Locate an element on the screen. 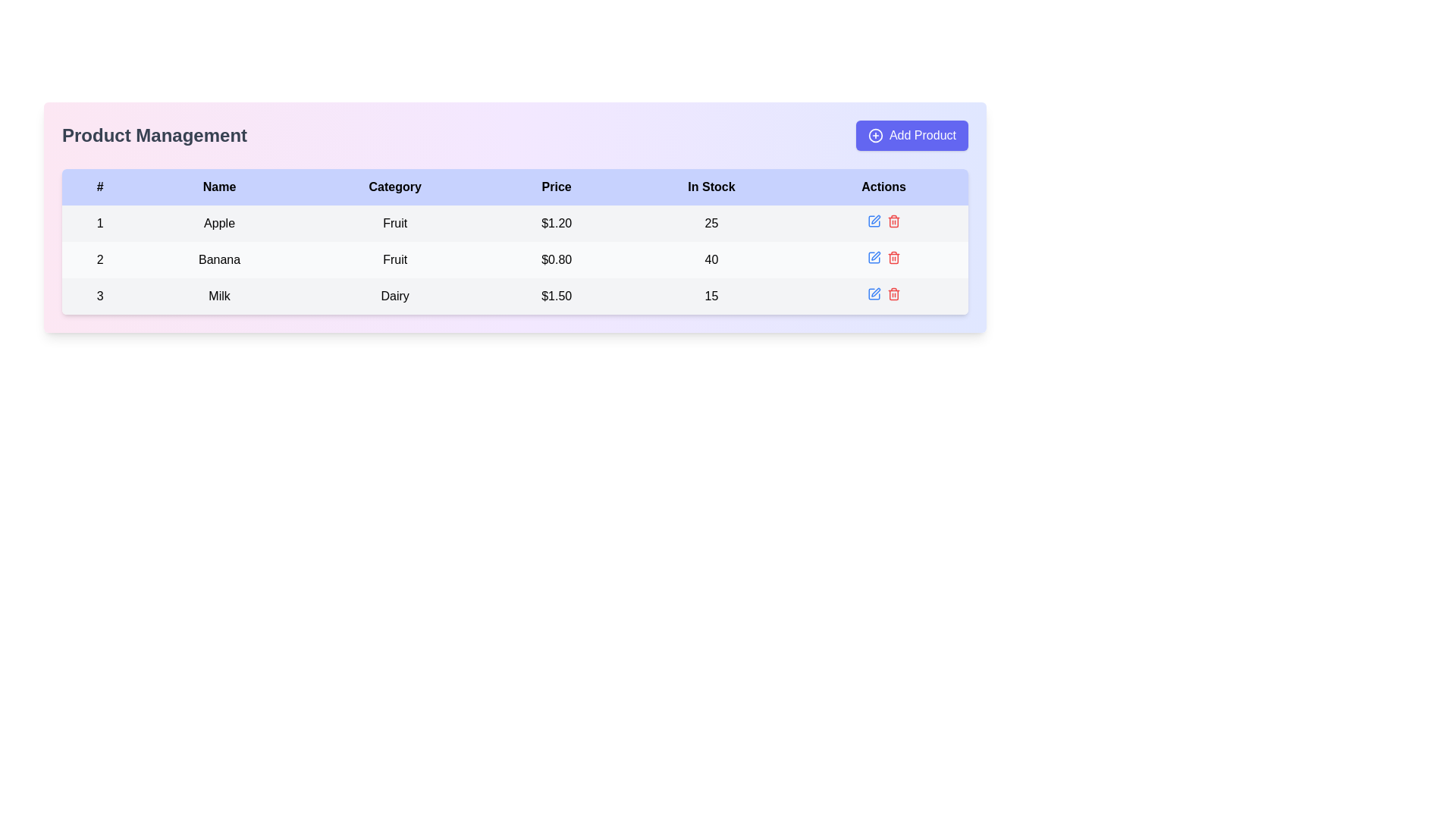 This screenshot has height=819, width=1456. the trash bin icon located in the Actions column of the third row of the table is located at coordinates (893, 222).